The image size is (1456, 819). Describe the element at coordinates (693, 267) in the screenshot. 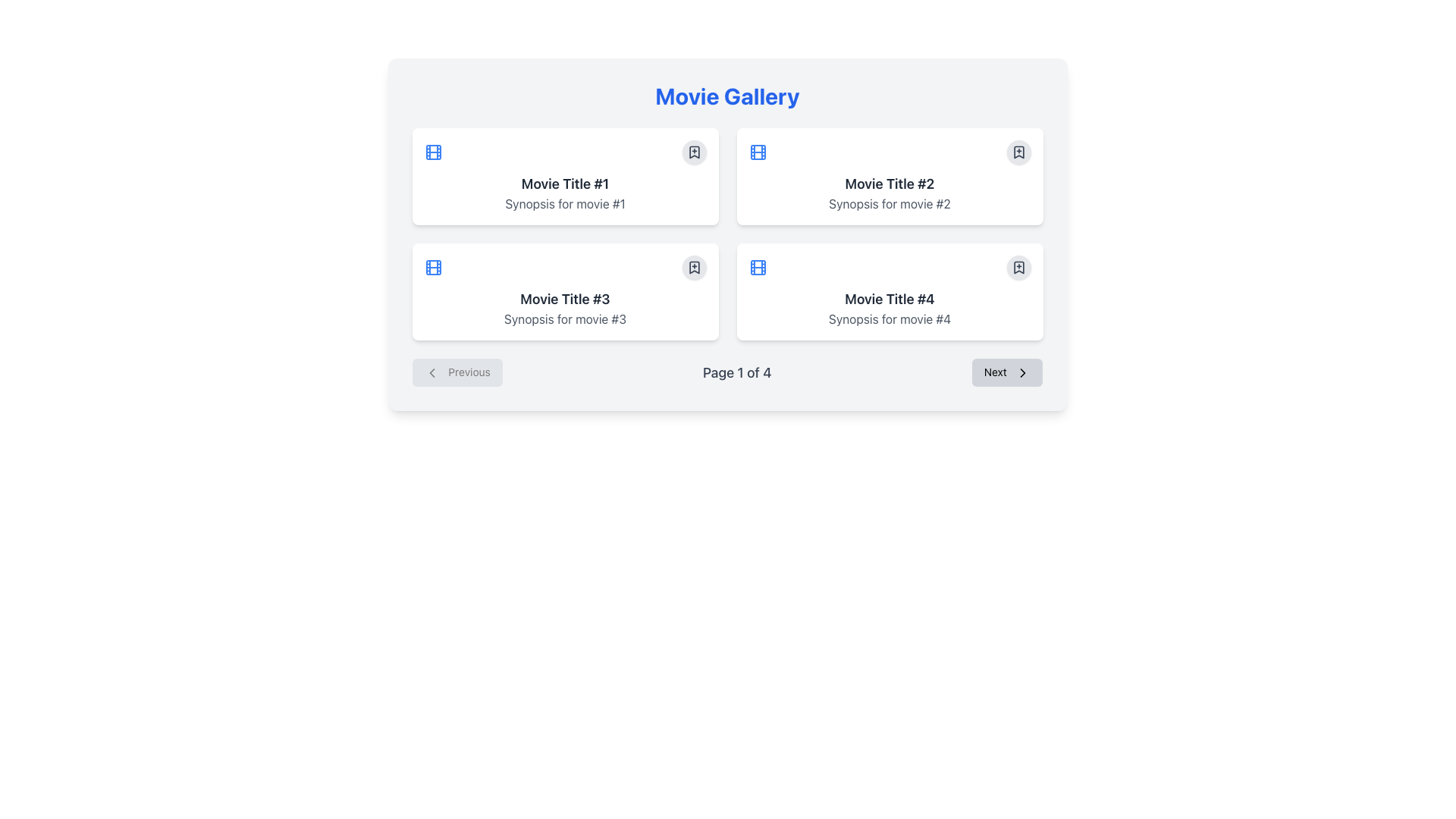

I see `the bookmark button located in the top-right corner of the card titled 'Movie Title #3'` at that location.